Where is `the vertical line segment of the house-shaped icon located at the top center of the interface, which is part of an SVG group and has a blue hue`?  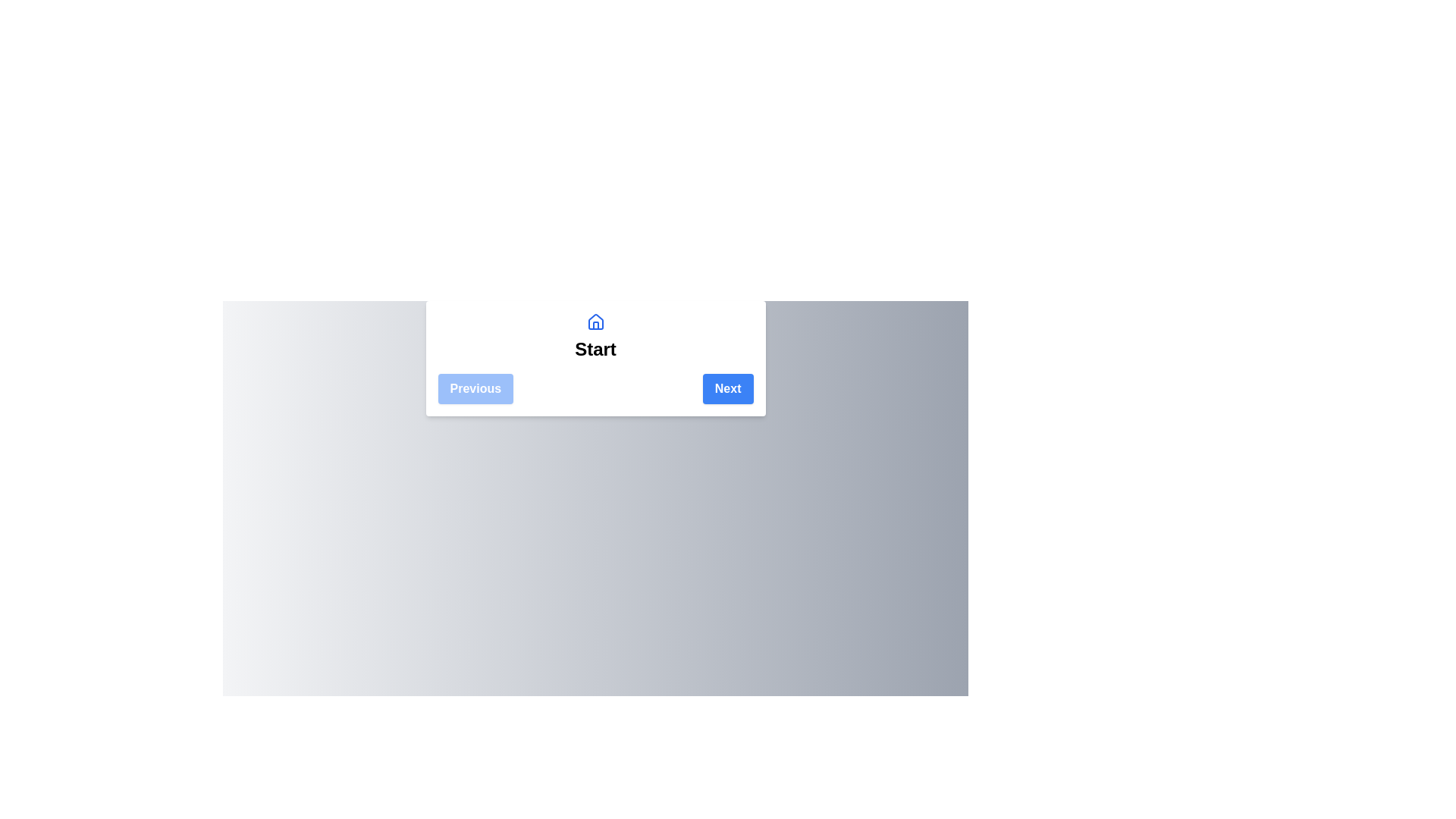
the vertical line segment of the house-shaped icon located at the top center of the interface, which is part of an SVG group and has a blue hue is located at coordinates (595, 325).